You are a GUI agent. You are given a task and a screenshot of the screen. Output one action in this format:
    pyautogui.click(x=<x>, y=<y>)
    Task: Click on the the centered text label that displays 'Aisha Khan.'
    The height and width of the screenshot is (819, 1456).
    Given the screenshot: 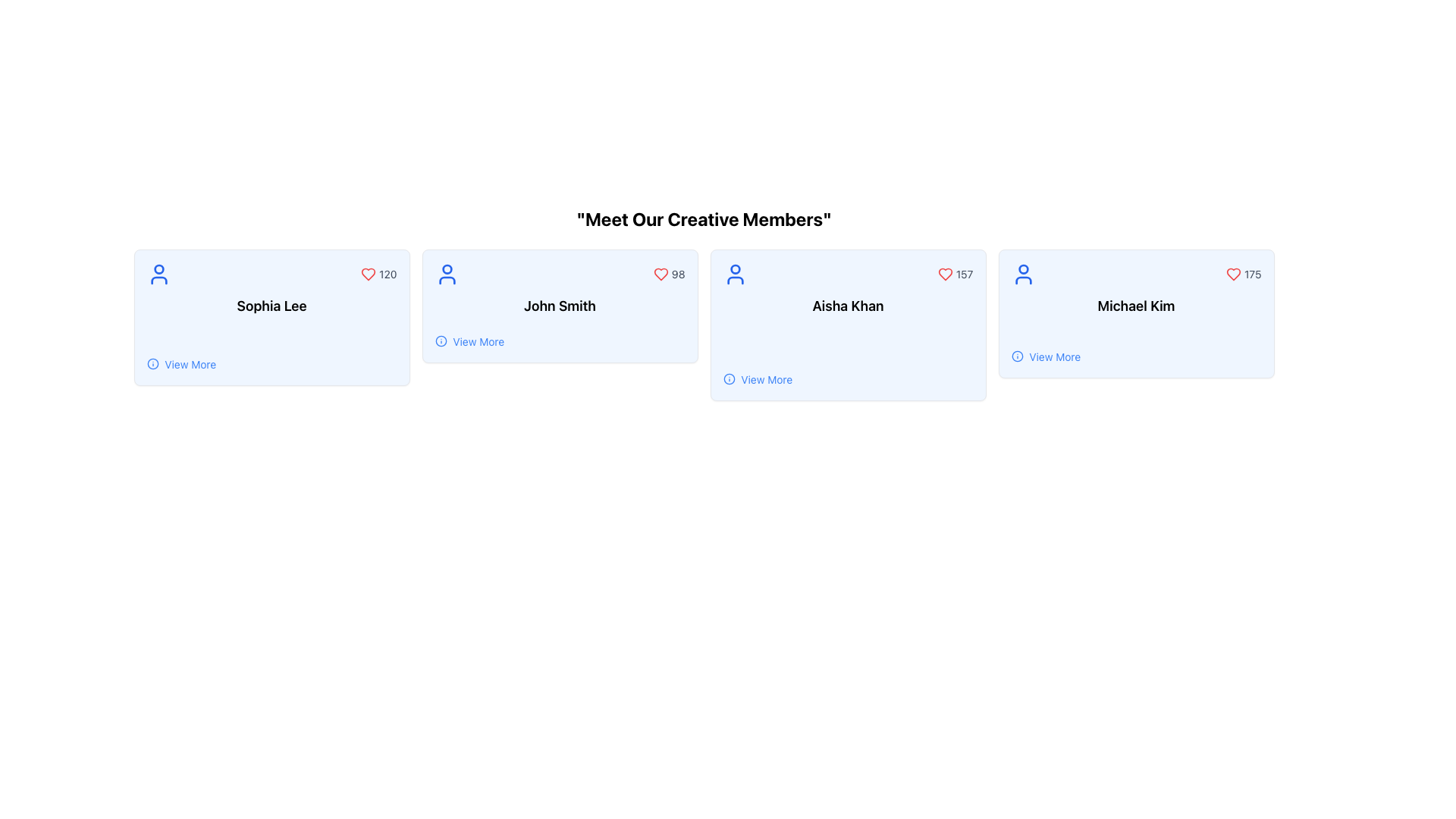 What is the action you would take?
    pyautogui.click(x=847, y=306)
    